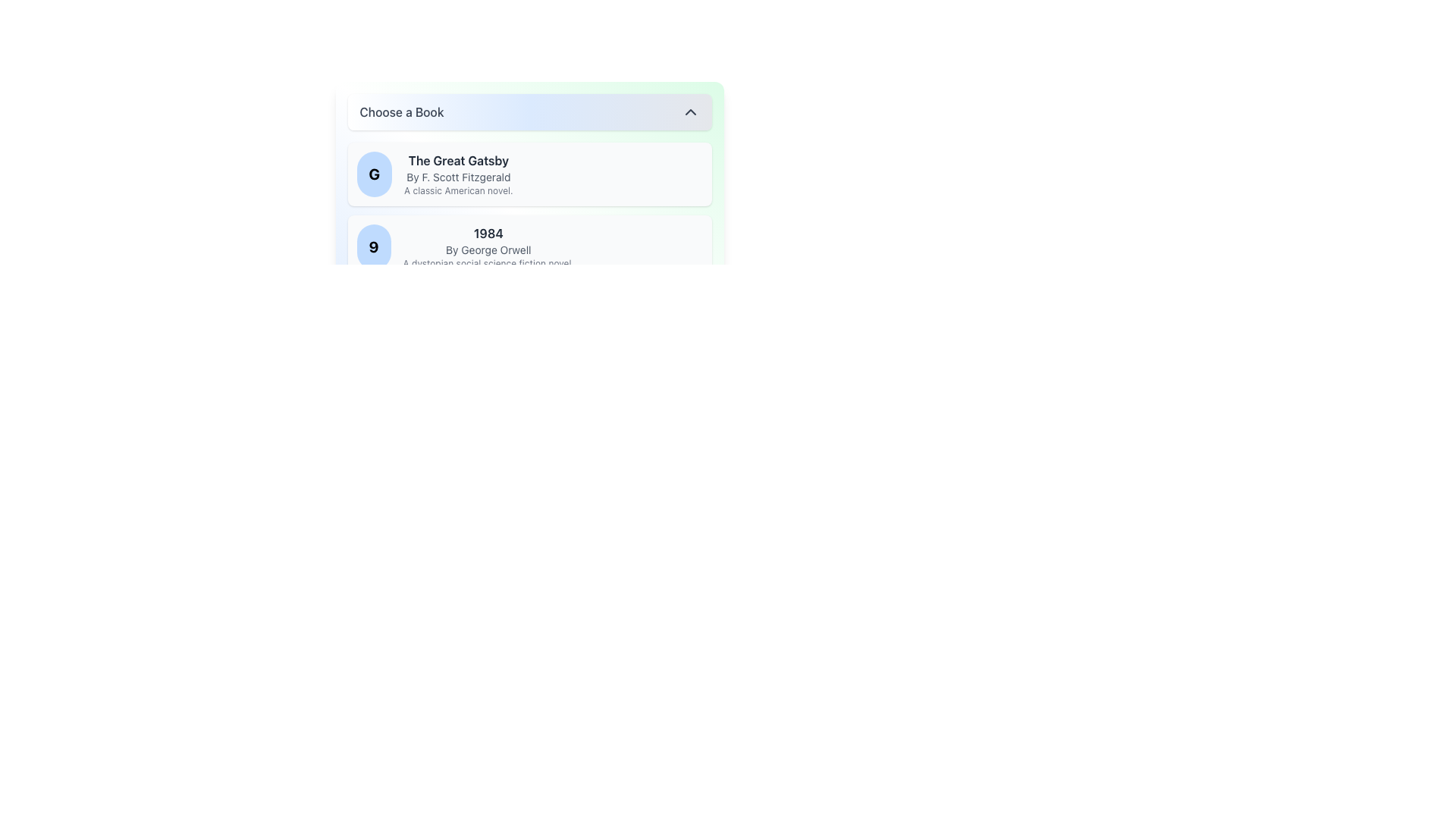 This screenshot has height=819, width=1456. What do you see at coordinates (529, 246) in the screenshot?
I see `an item from the list of books displayed in the main content area under the title 'Choose a Book'` at bounding box center [529, 246].